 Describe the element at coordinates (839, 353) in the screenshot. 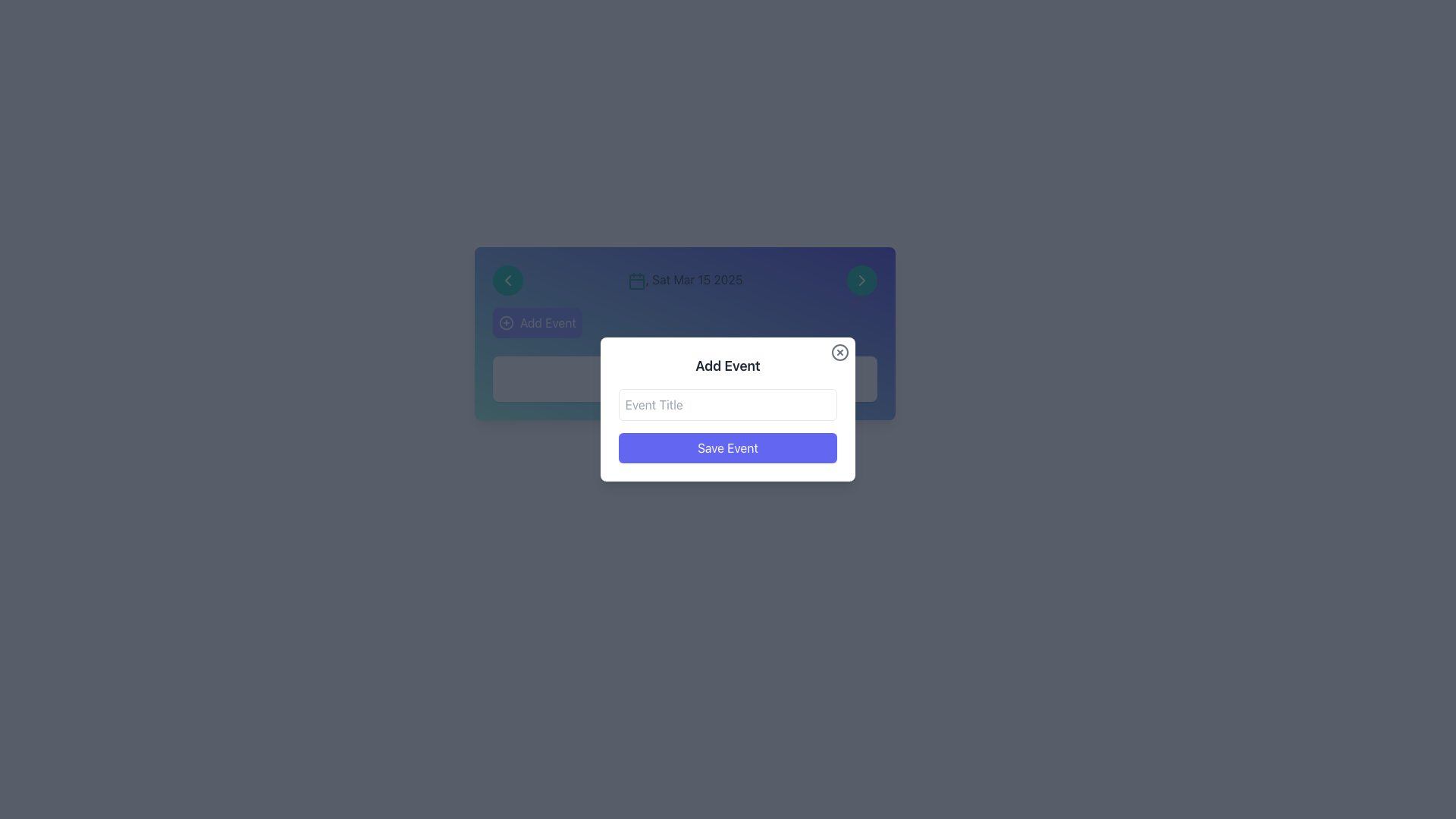

I see `the close button located at the top-right corner of the 'Add Event' modal dialog, positioned above the 'Add Event' title` at that location.